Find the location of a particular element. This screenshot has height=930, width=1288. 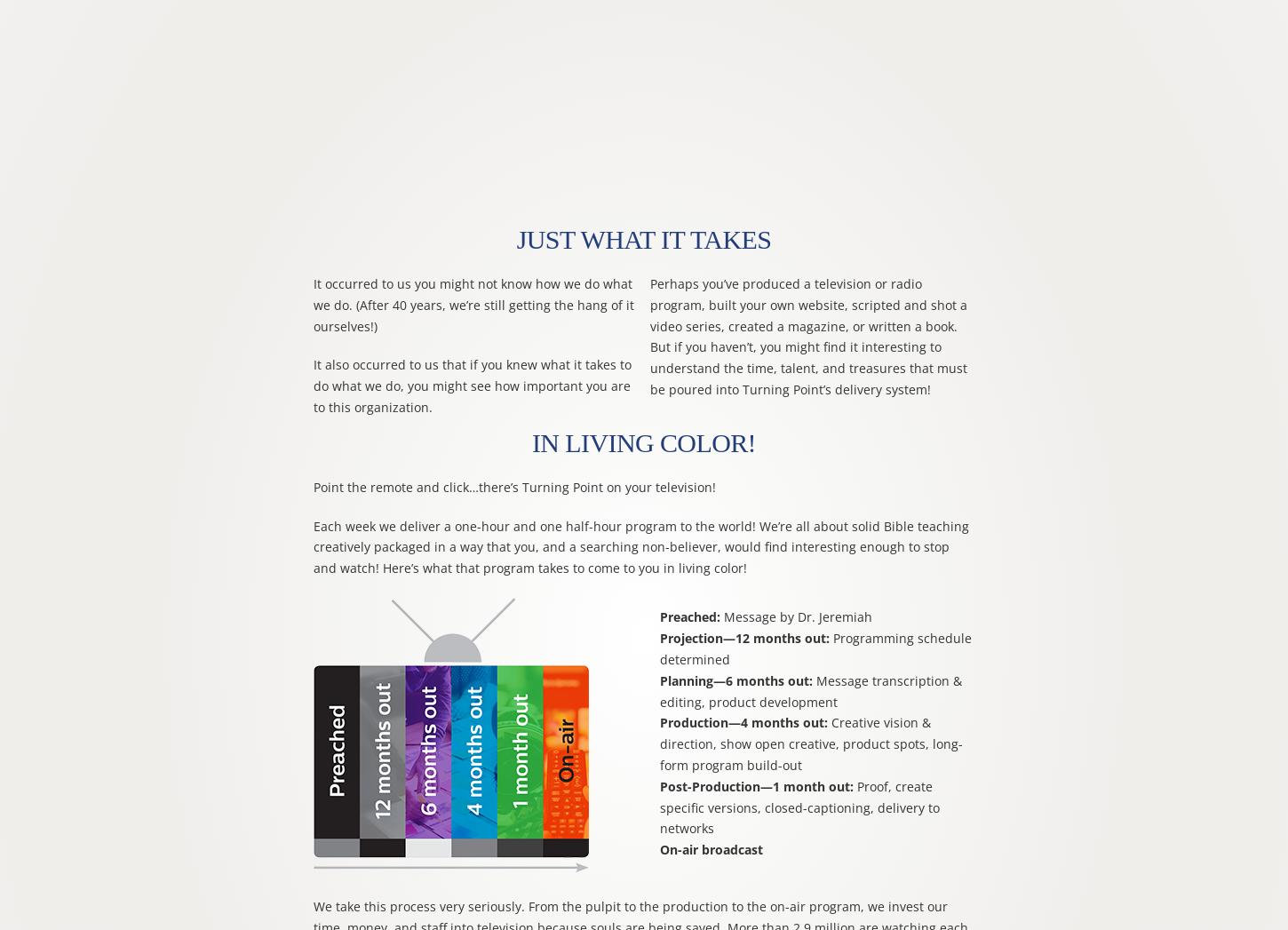

'Post-Production—1 month out:' is located at coordinates (755, 784).